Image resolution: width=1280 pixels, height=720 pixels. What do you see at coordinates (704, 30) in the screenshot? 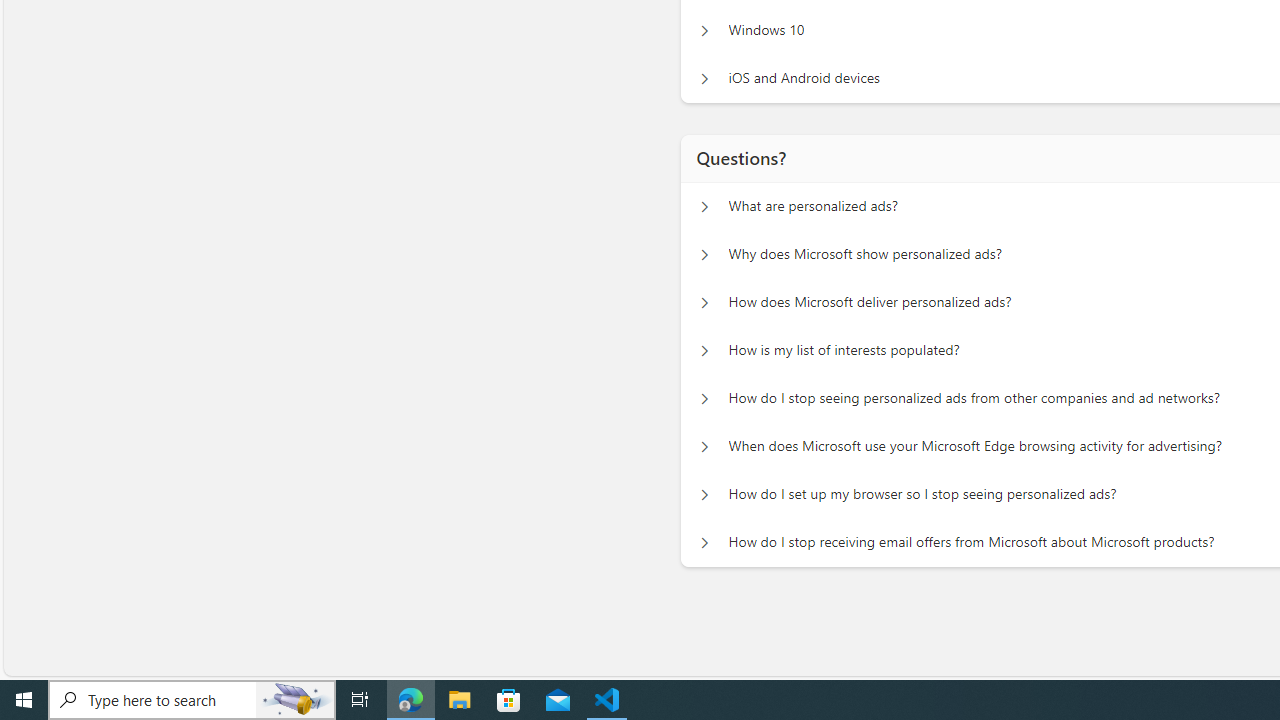
I see `'Manage personalized ads on your device Windows 10'` at bounding box center [704, 30].